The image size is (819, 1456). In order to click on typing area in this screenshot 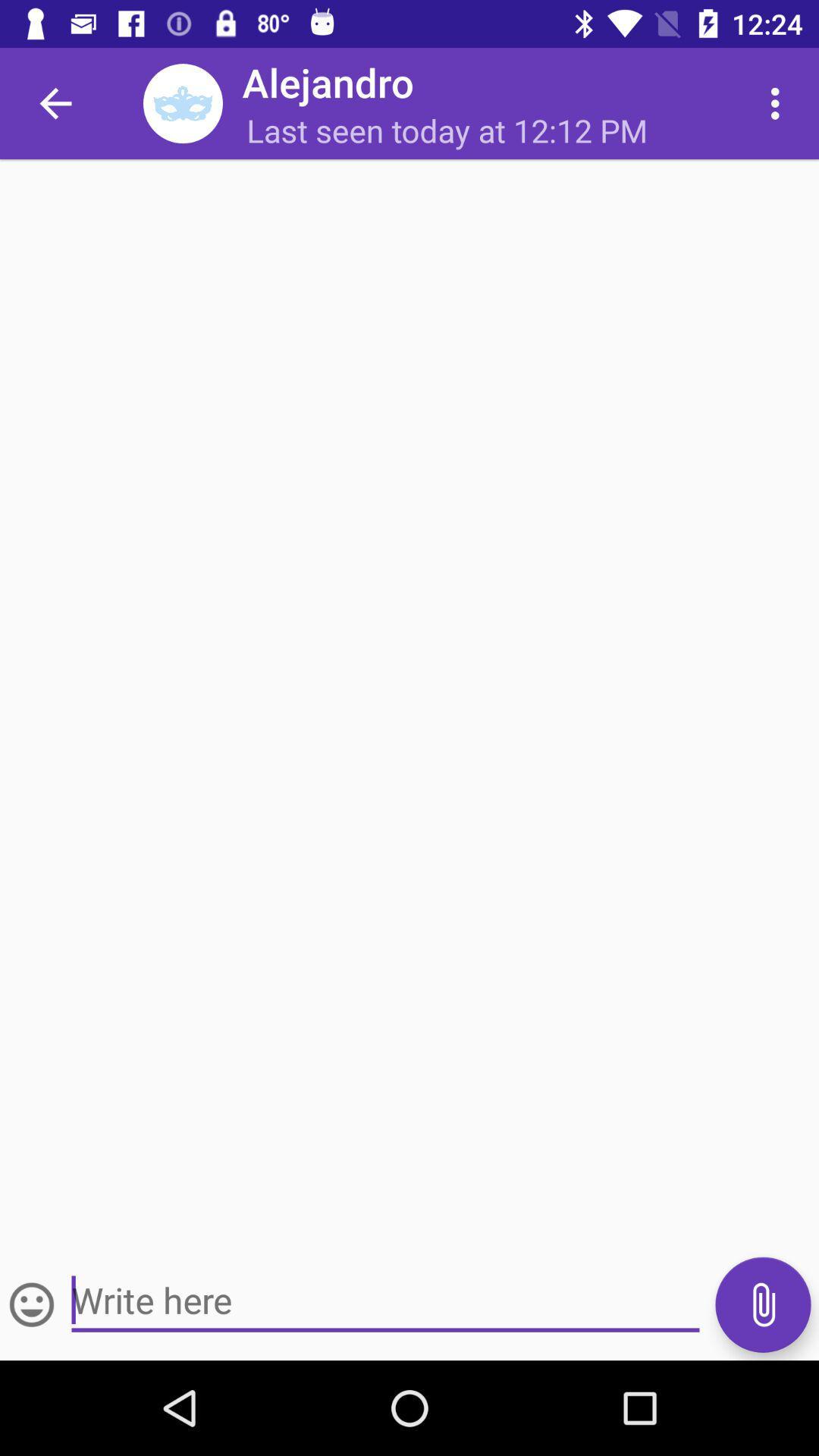, I will do `click(384, 1300)`.